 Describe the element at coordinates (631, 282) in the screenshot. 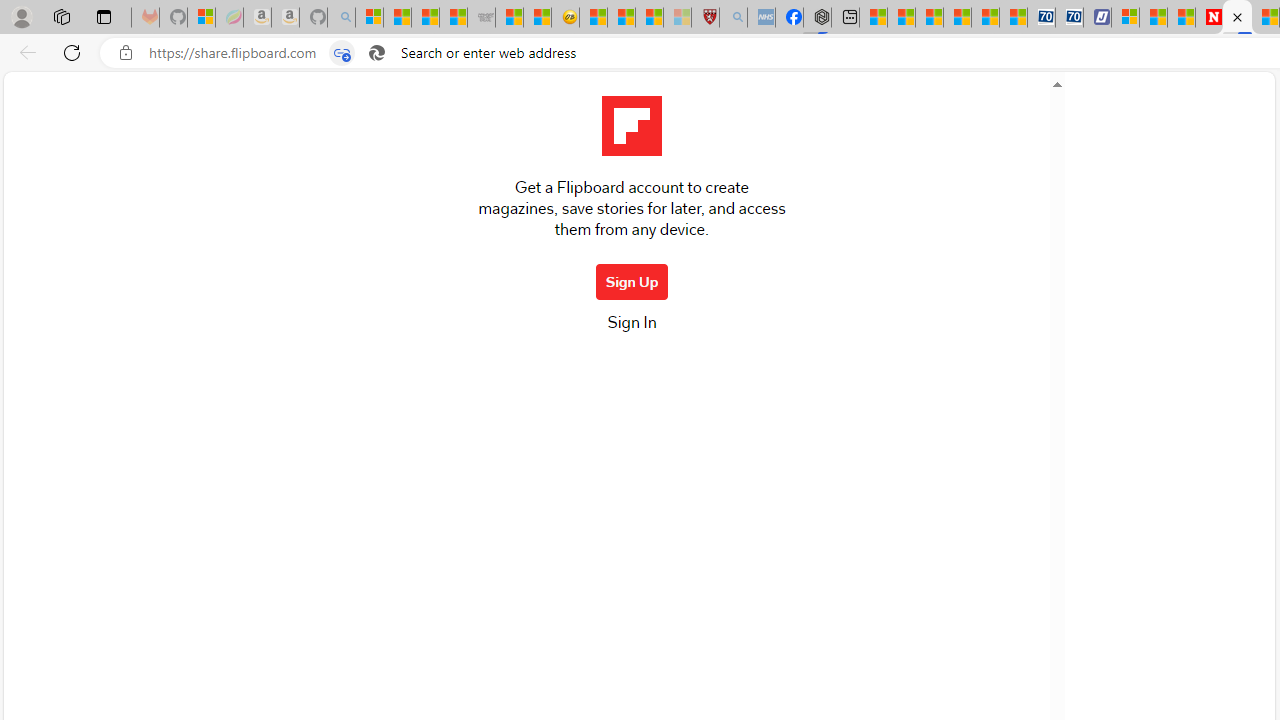

I see `'Sign Up'` at that location.